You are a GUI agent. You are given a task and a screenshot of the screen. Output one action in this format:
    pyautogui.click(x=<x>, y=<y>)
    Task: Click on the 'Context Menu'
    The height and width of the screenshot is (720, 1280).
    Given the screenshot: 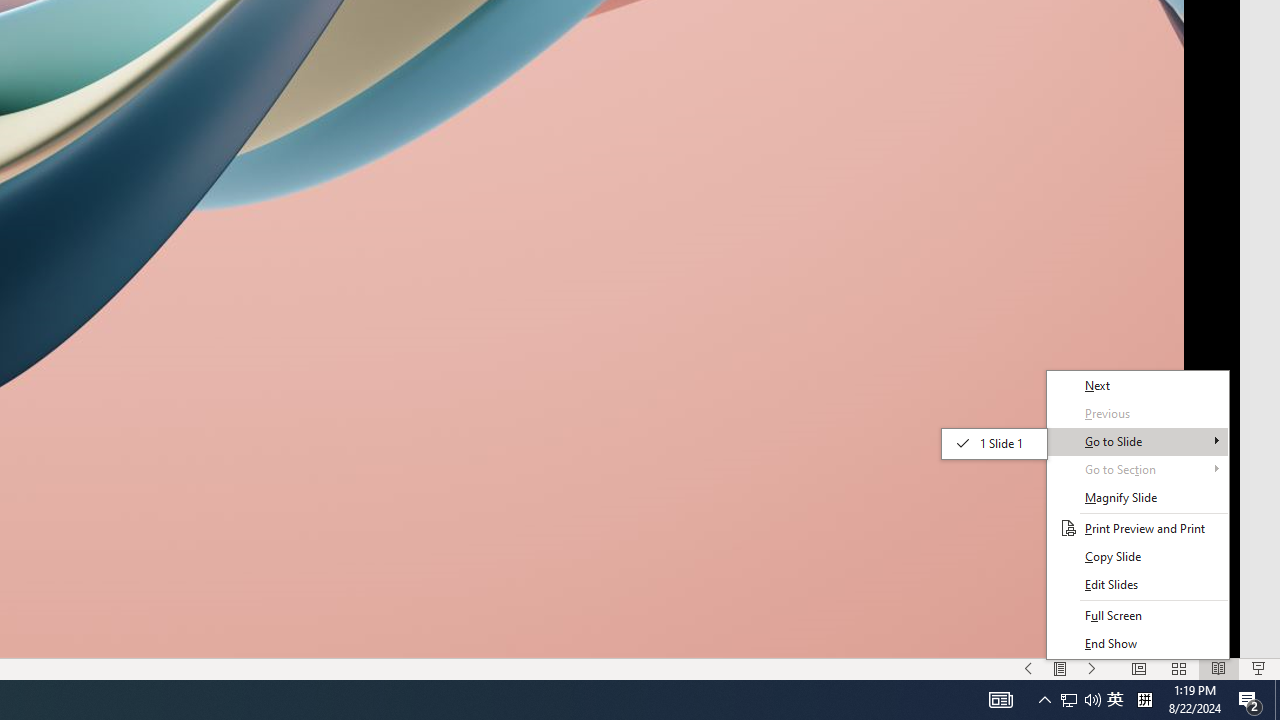 What is the action you would take?
    pyautogui.click(x=1137, y=514)
    